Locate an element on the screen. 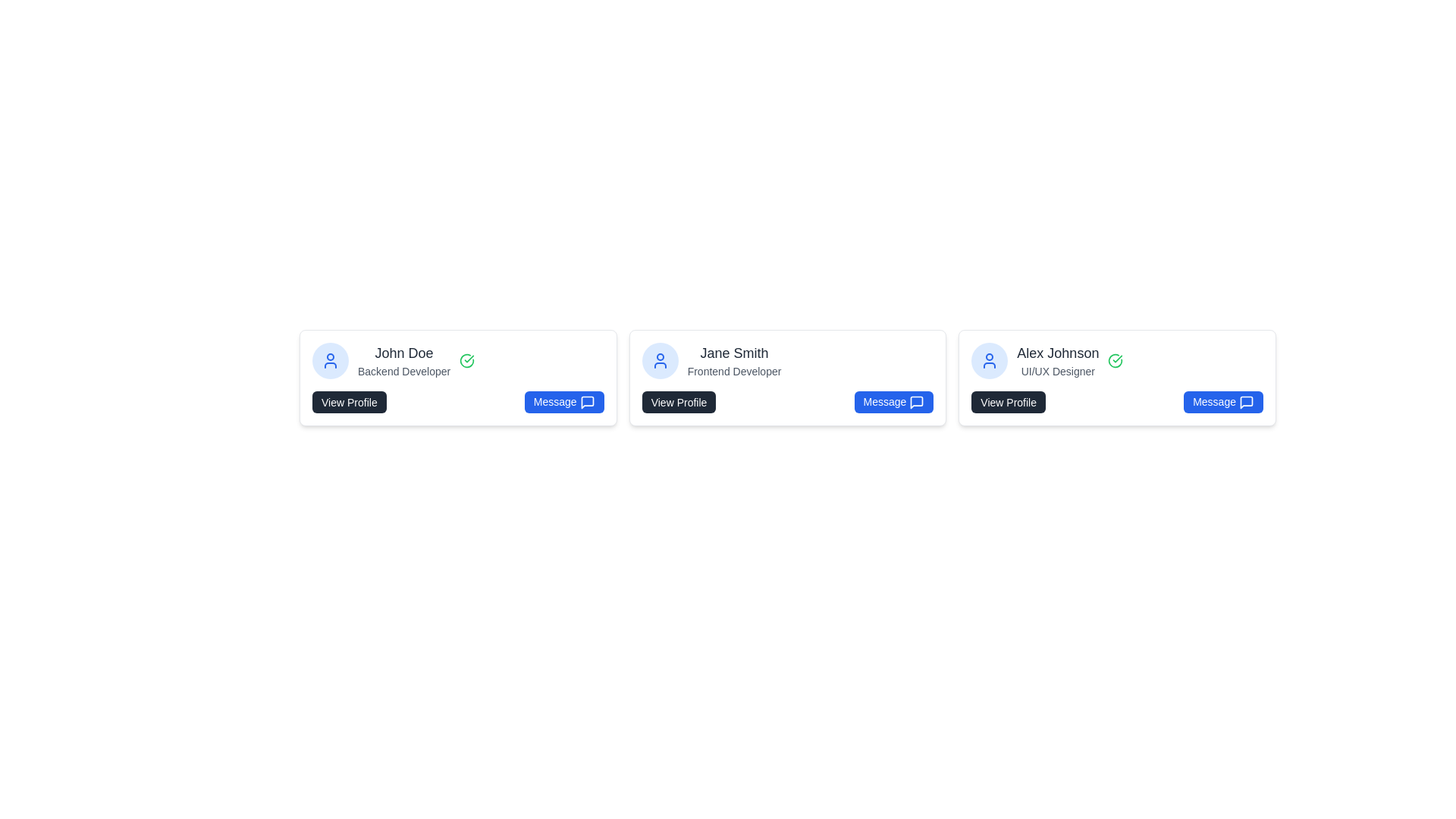 Image resolution: width=1456 pixels, height=819 pixels. the Text Label displaying the individual's name in the profile card, located above the 'Backend Developer' text is located at coordinates (404, 353).